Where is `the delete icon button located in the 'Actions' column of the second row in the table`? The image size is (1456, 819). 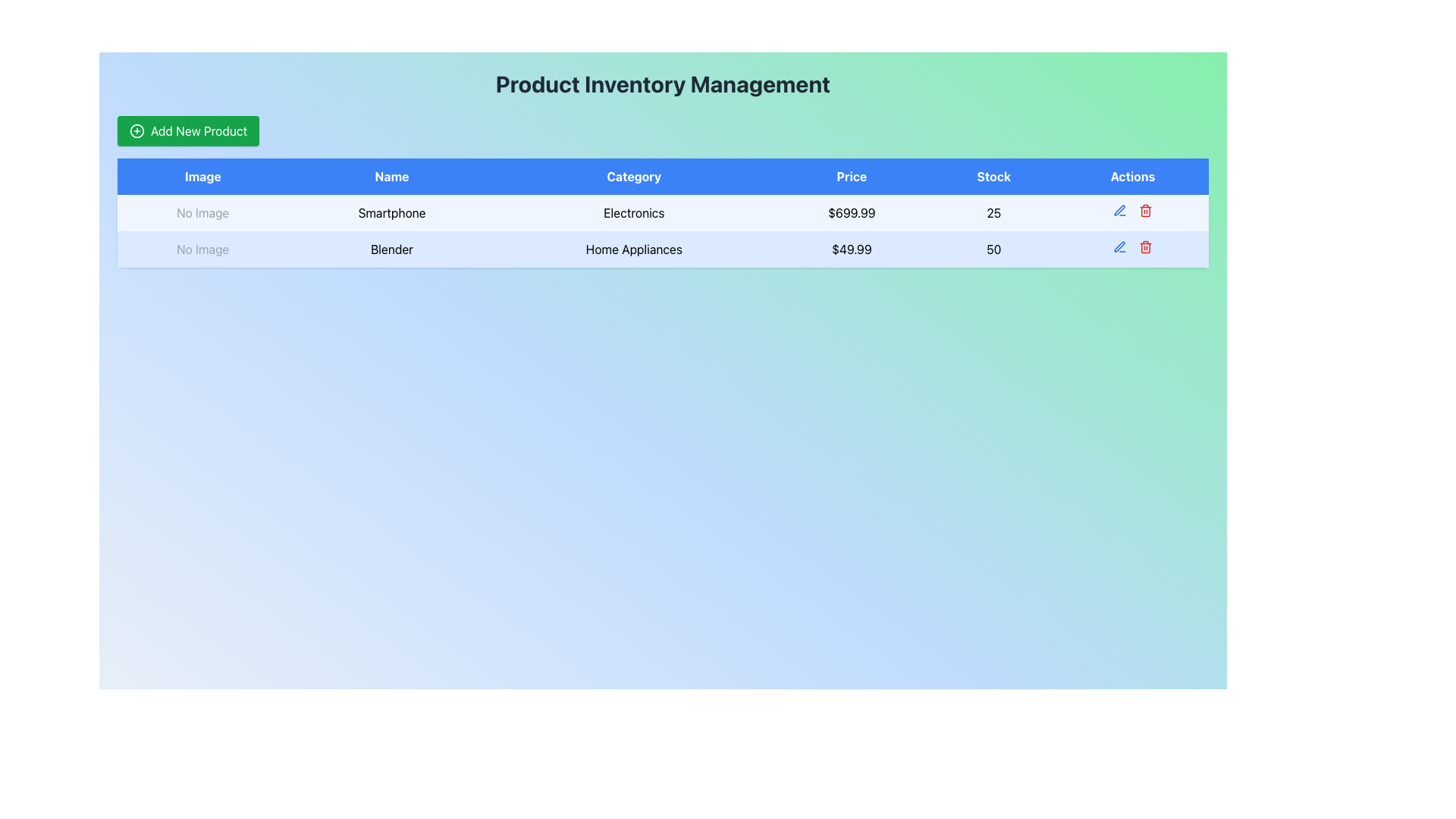
the delete icon button located in the 'Actions' column of the second row in the table is located at coordinates (1146, 210).